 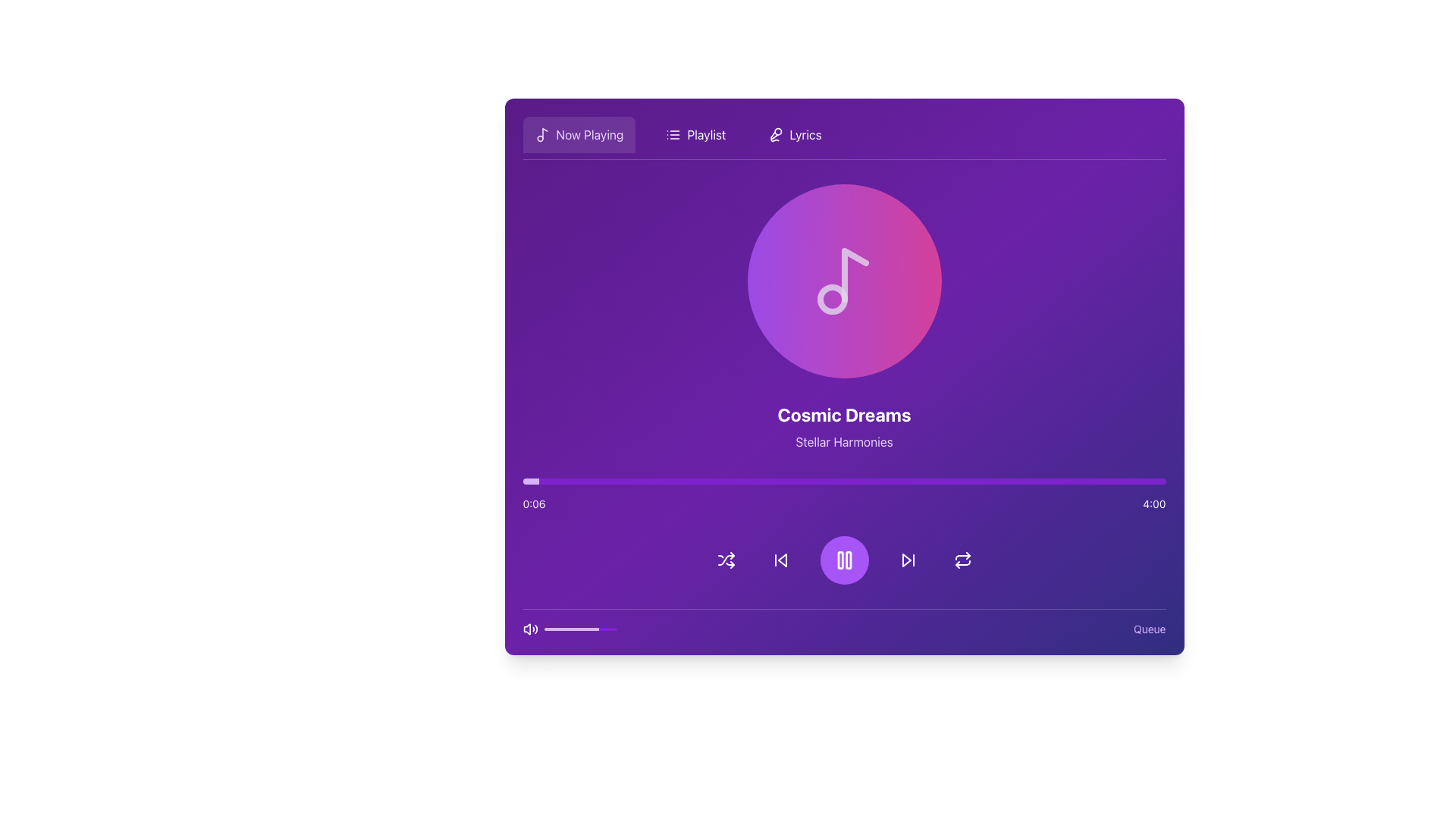 What do you see at coordinates (1150, 629) in the screenshot?
I see `the text link or button located at the bottom-right corner of the interface` at bounding box center [1150, 629].